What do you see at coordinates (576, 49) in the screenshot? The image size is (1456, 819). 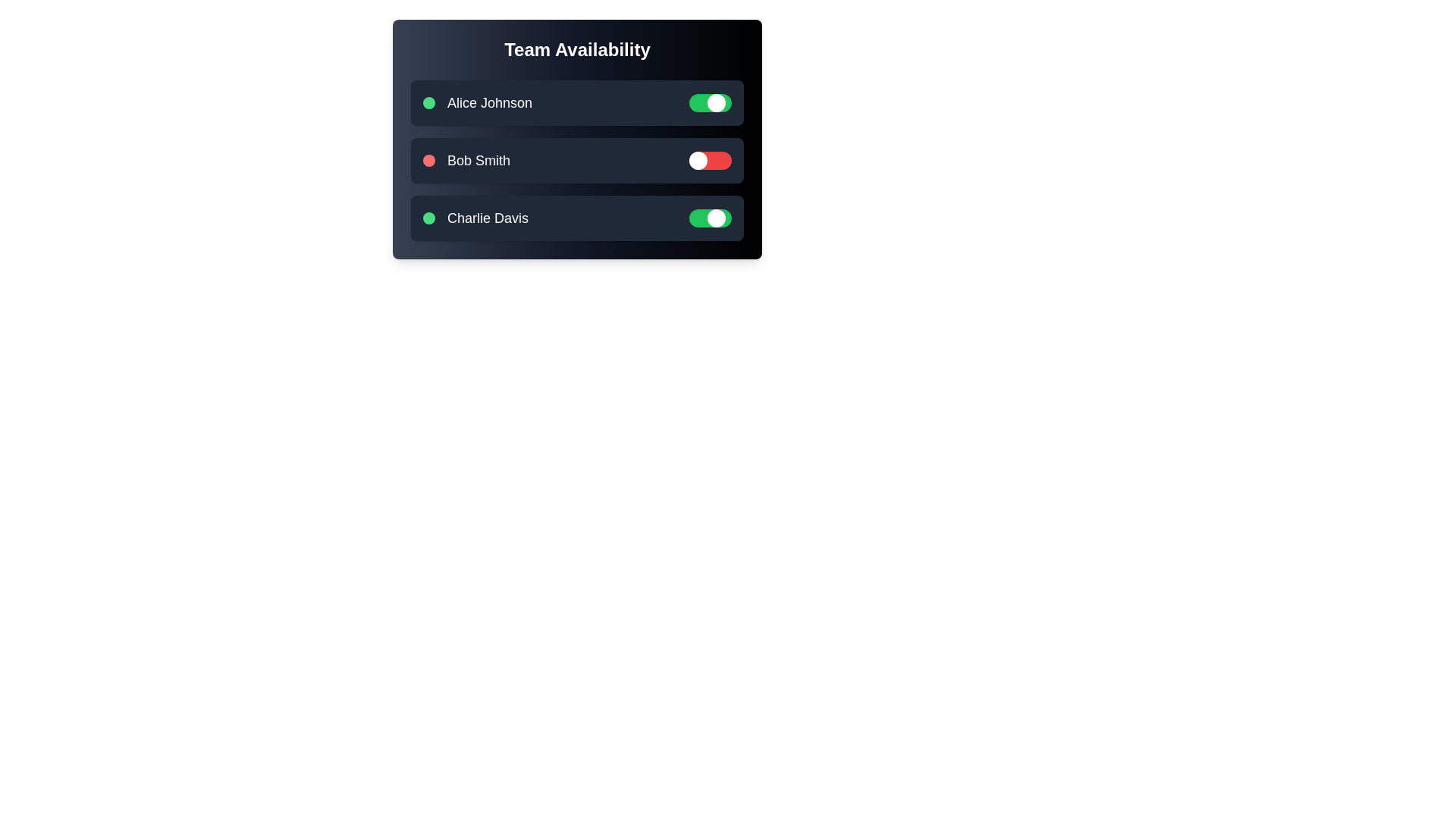 I see `the text 'Team Availability' and copy it to the clipboard` at bounding box center [576, 49].